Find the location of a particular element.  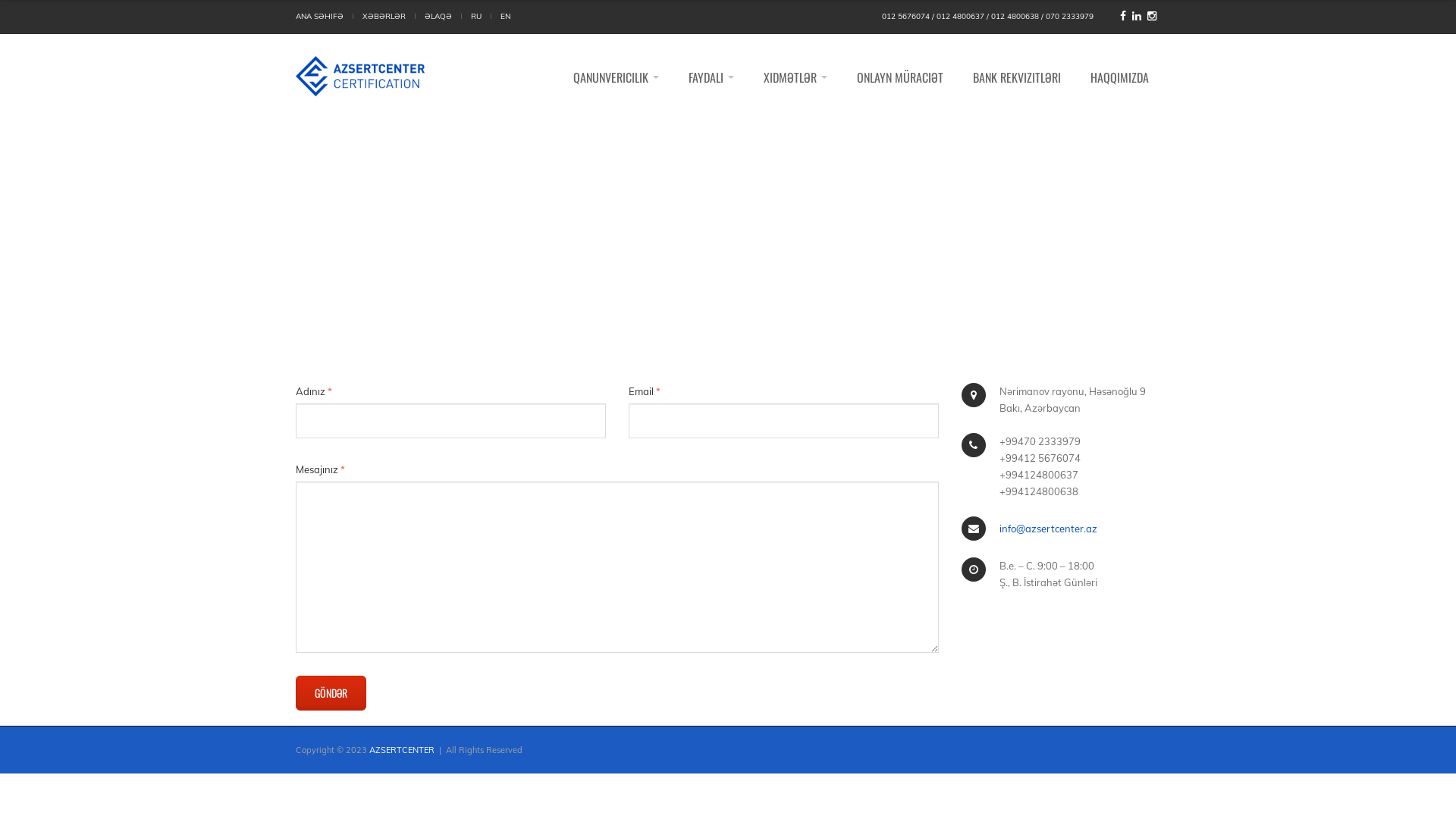

'FAYDALI' is located at coordinates (710, 77).